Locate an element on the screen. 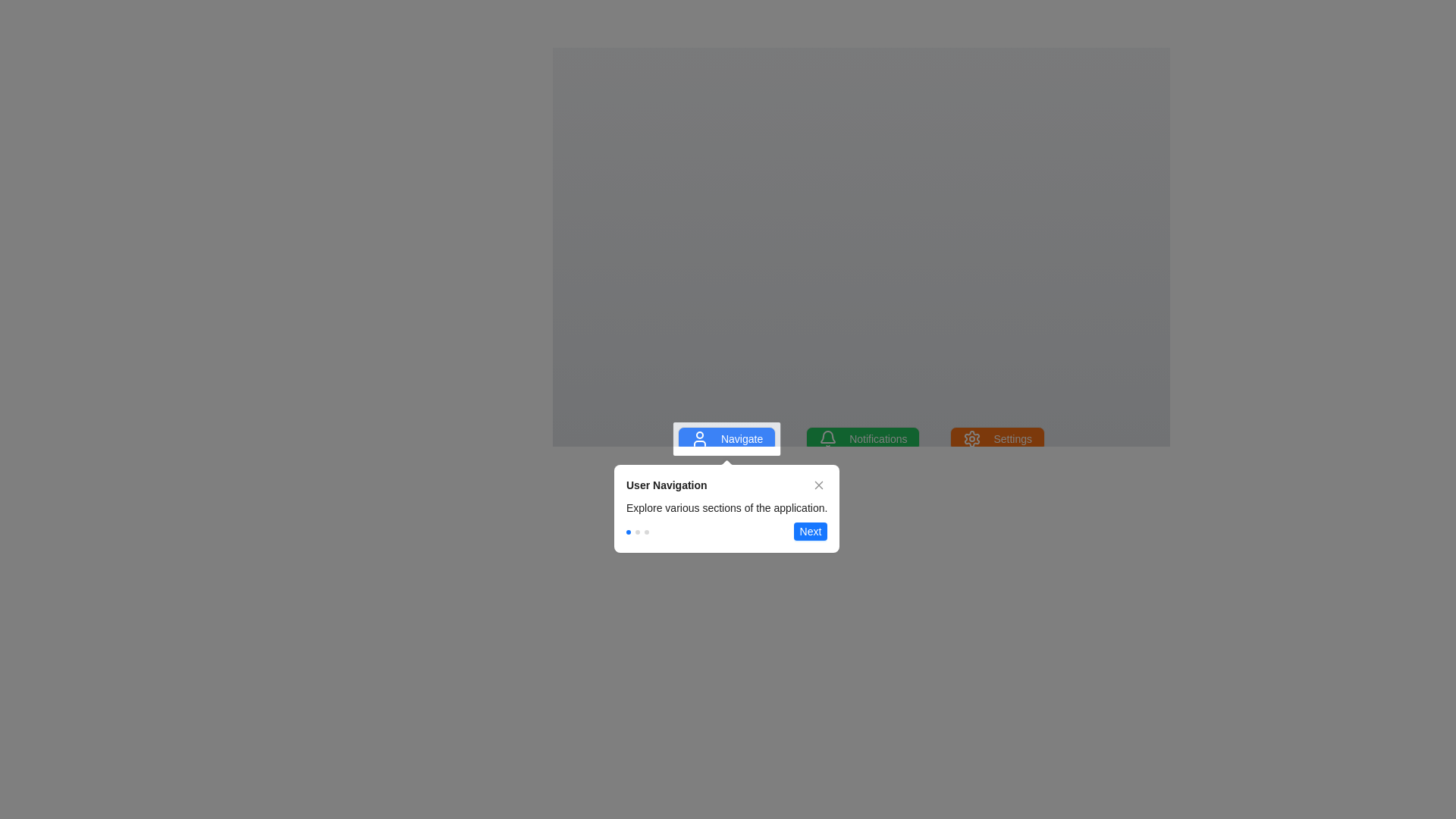 This screenshot has height=819, width=1456. the bell icon with a green background located to the left of the 'Notifications' text in the application's top bar is located at coordinates (827, 438).